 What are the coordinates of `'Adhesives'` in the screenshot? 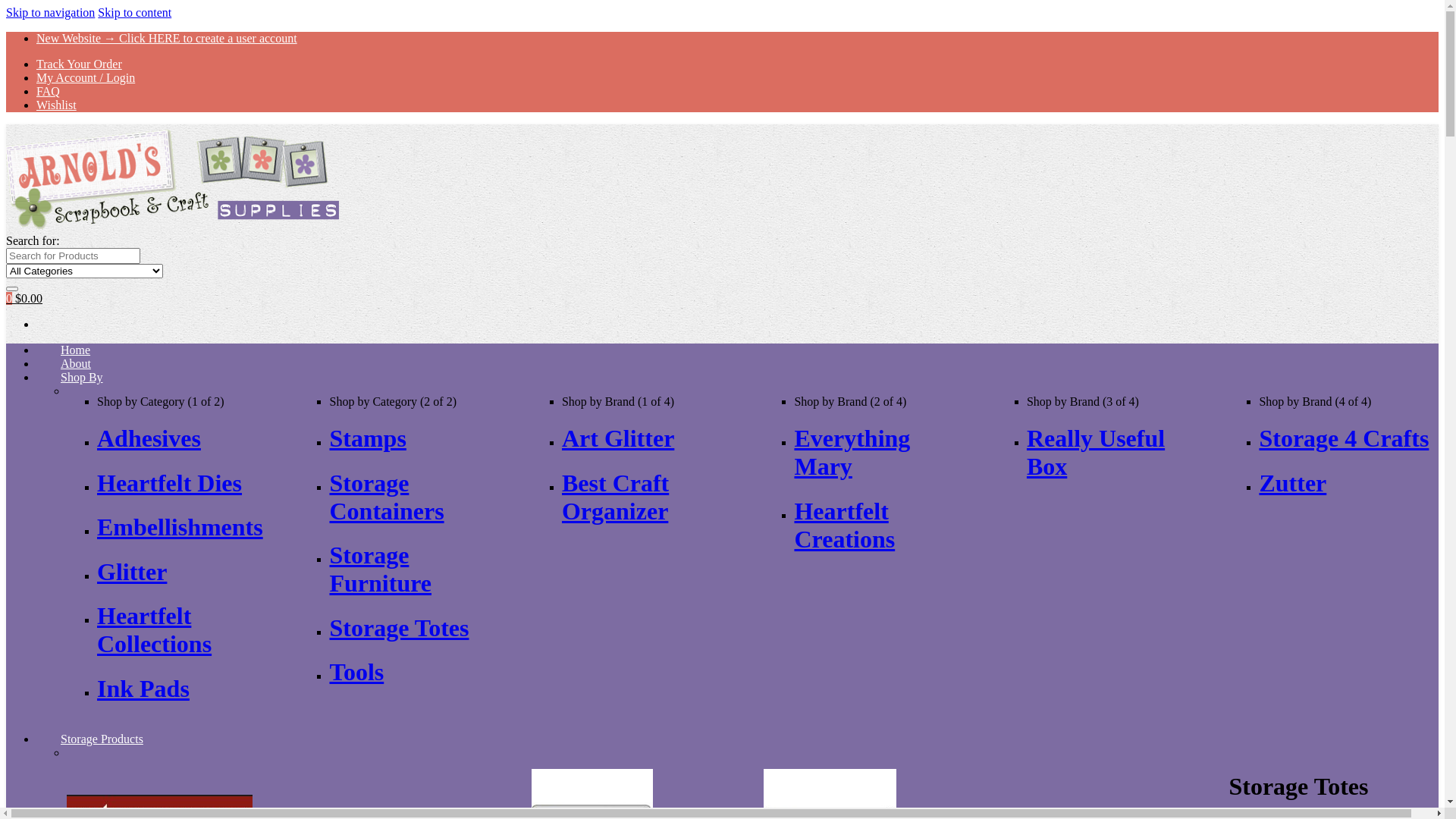 It's located at (149, 438).